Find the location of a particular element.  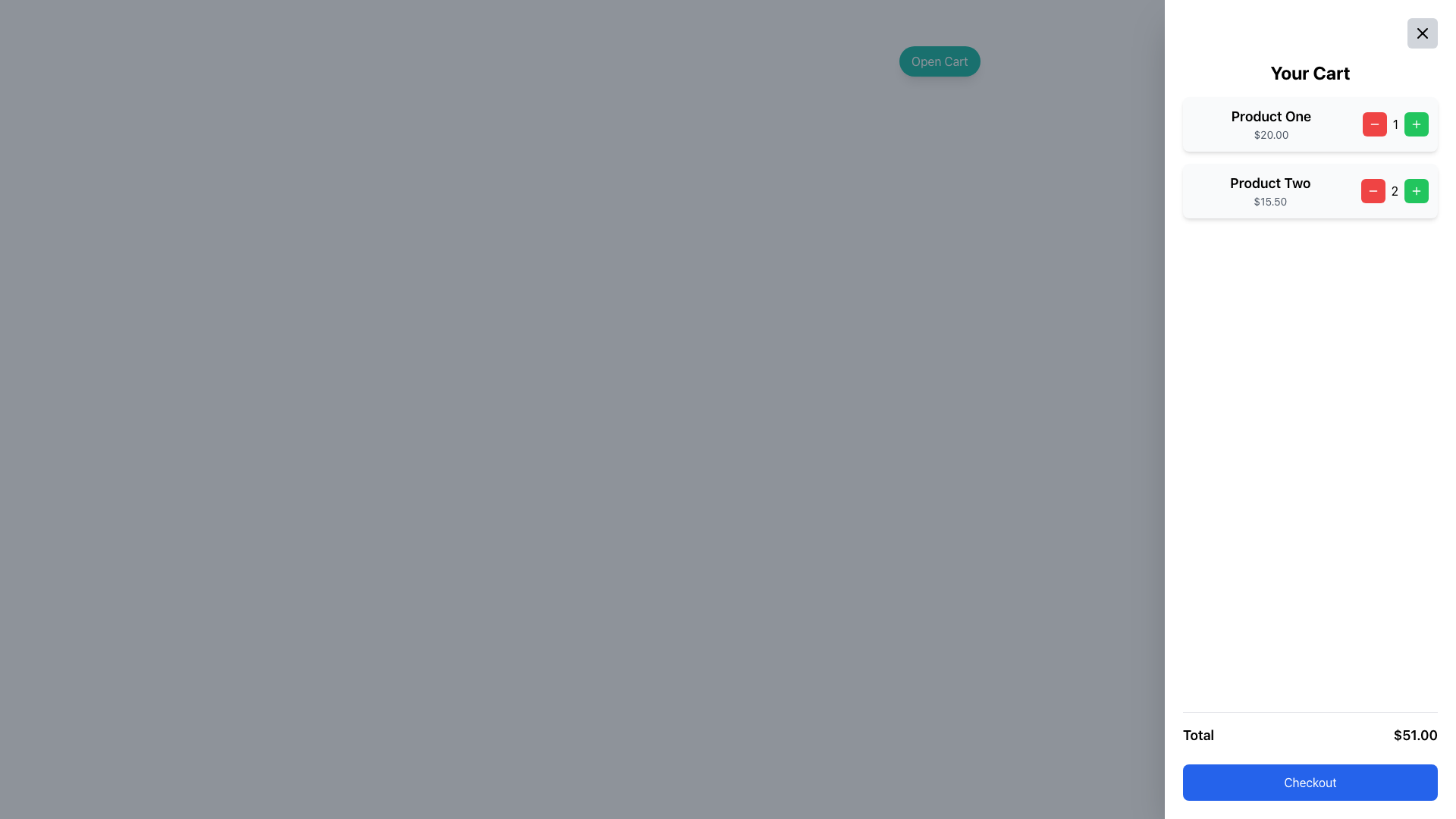

the green circular button with a white plus icon to increment the quantity in the cart for 'Product One' is located at coordinates (1415, 124).